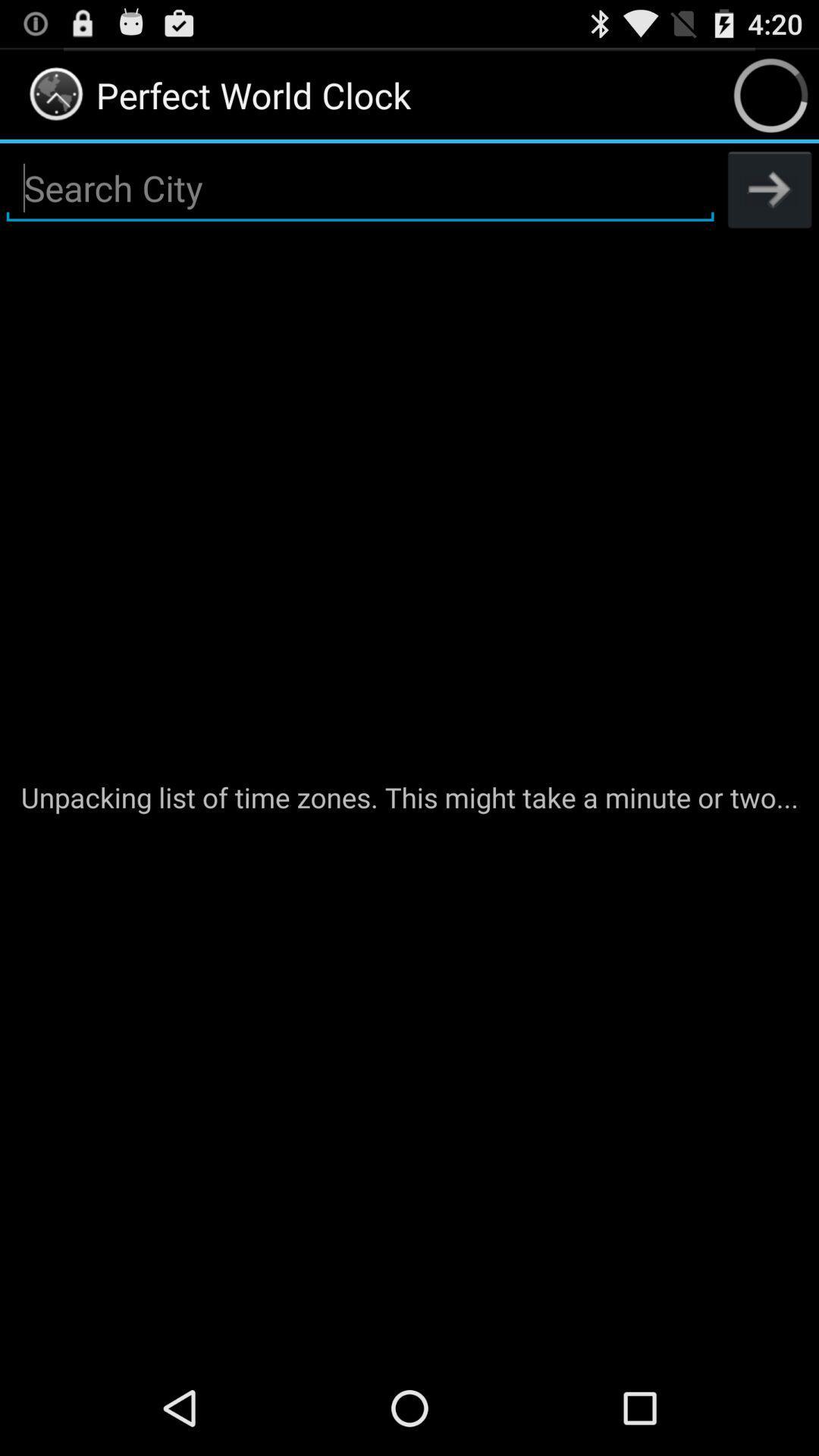 The height and width of the screenshot is (1456, 819). What do you see at coordinates (770, 201) in the screenshot?
I see `the arrow_forward icon` at bounding box center [770, 201].